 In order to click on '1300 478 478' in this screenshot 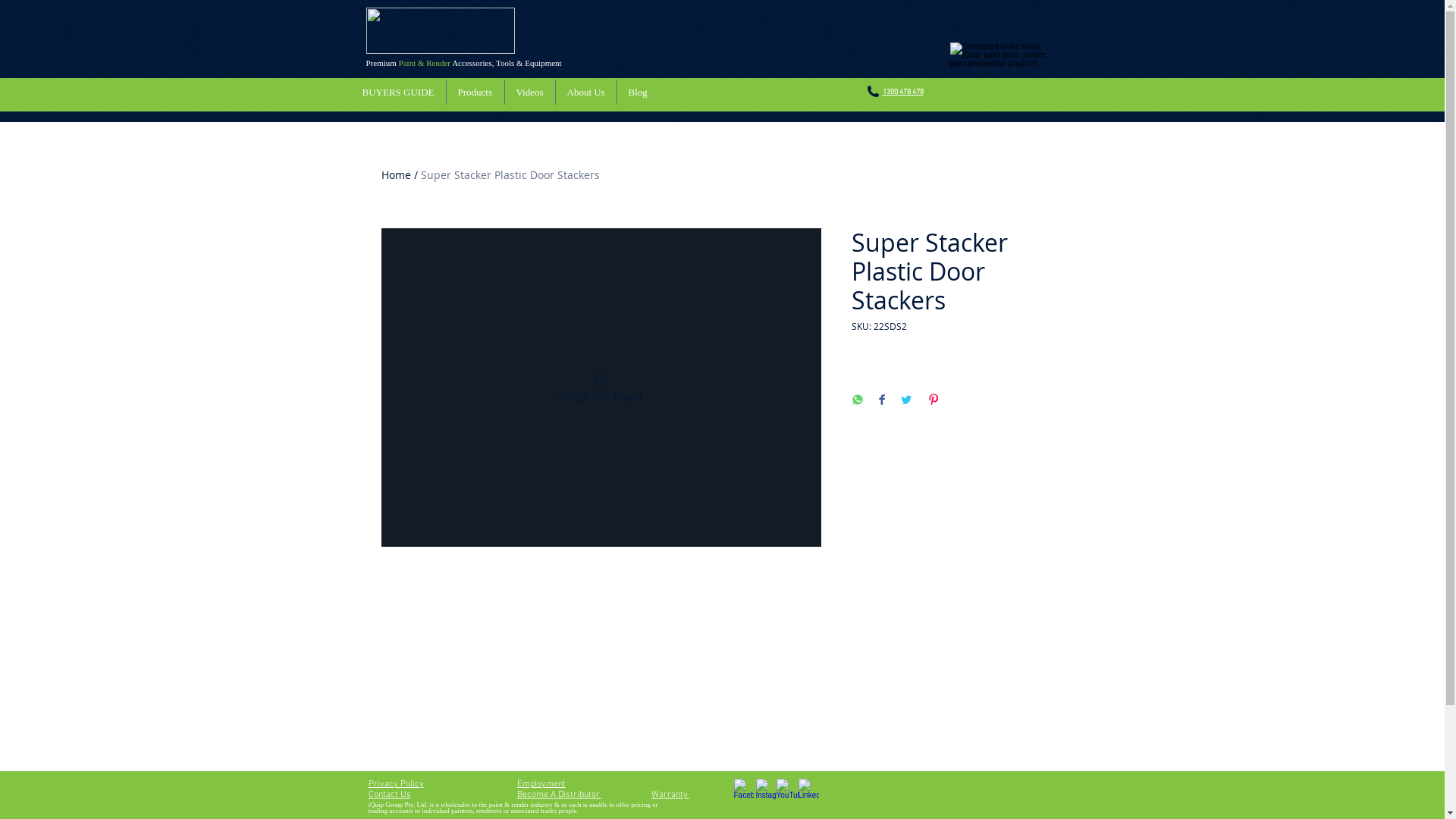, I will do `click(902, 92)`.